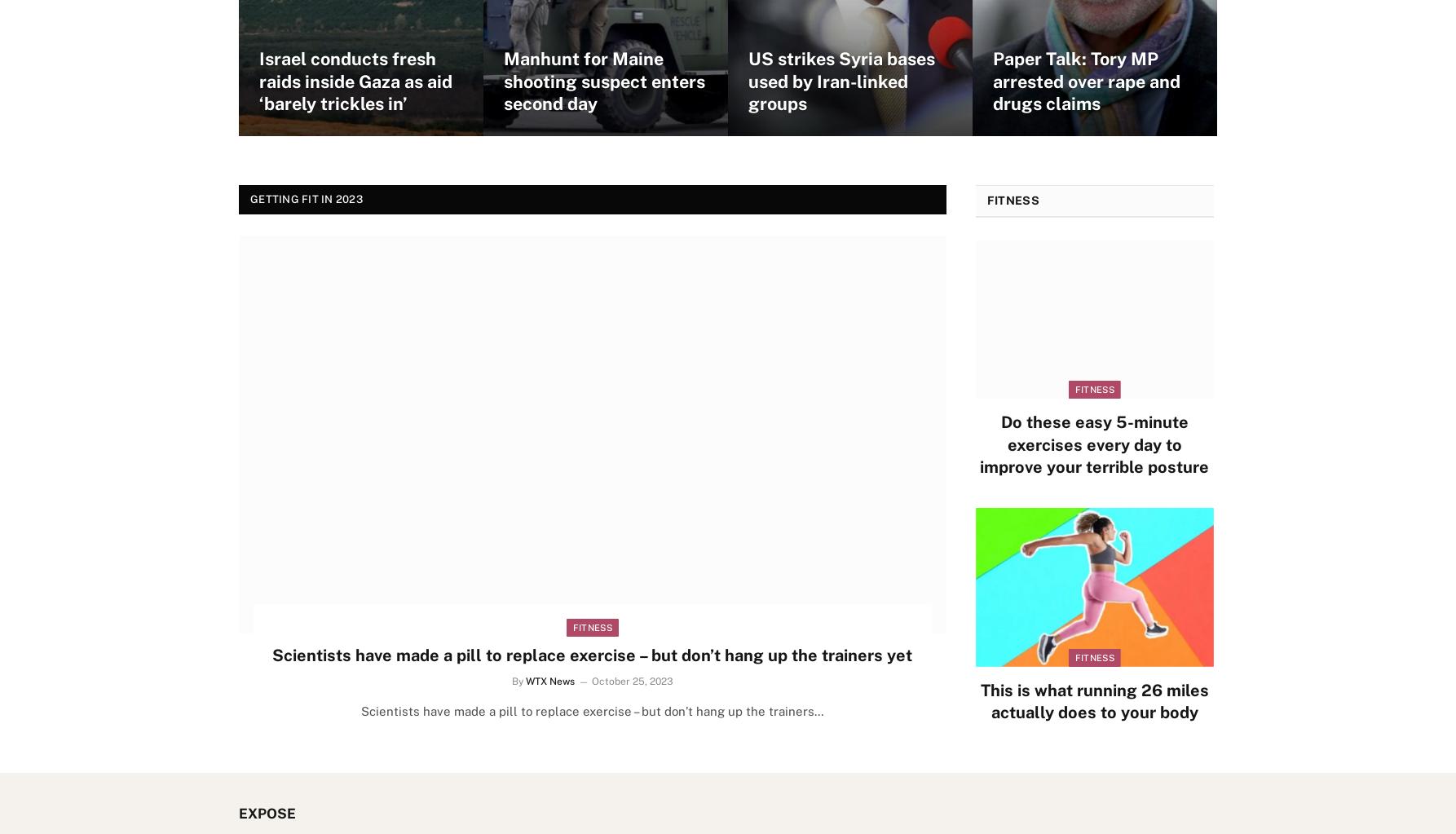 Image resolution: width=1456 pixels, height=834 pixels. What do you see at coordinates (306, 199) in the screenshot?
I see `'Getting fit in 2023'` at bounding box center [306, 199].